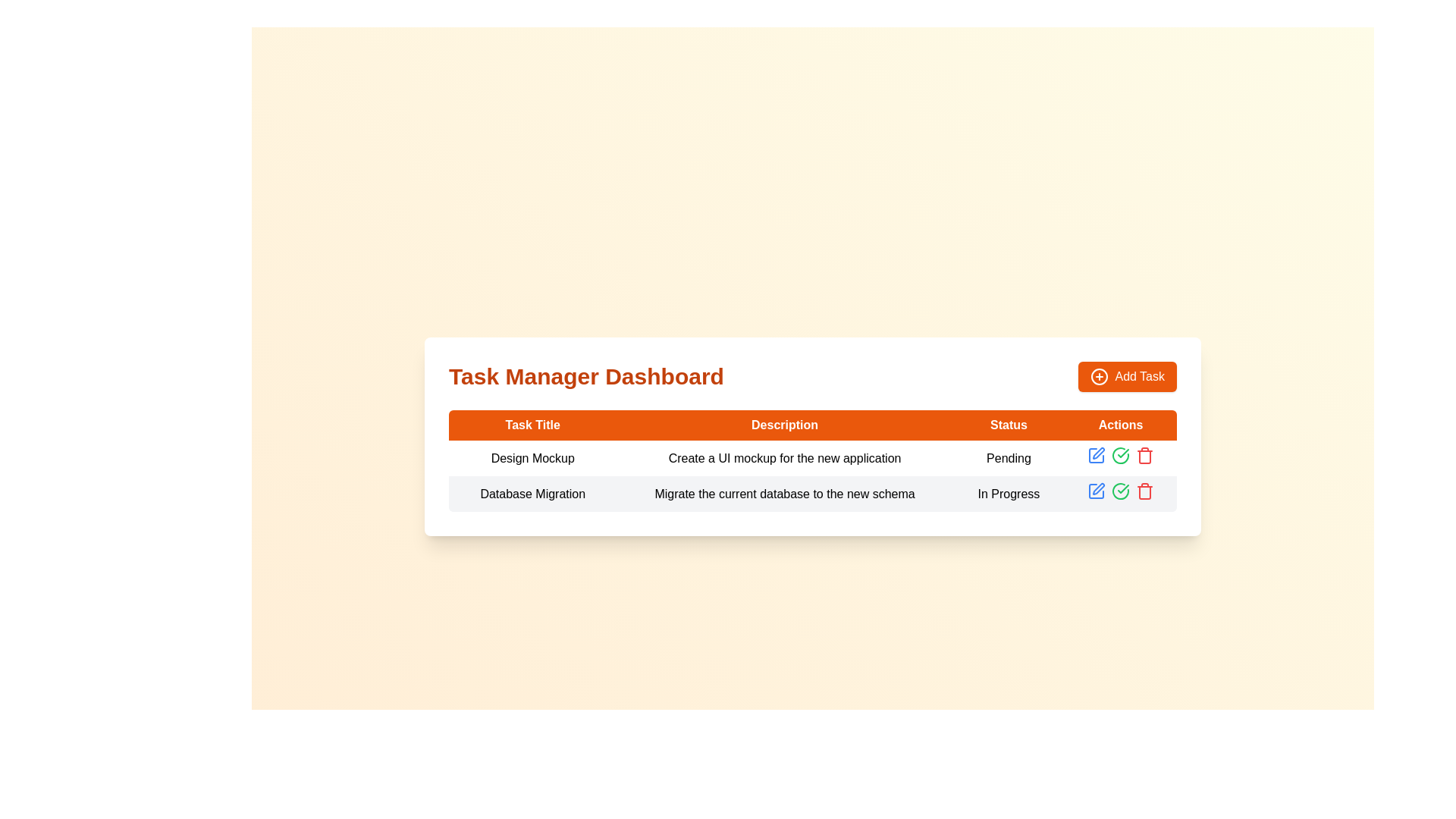 The image size is (1456, 819). Describe the element at coordinates (1123, 452) in the screenshot. I see `the green checkmark icon in the 'Actions' column of the second row of the table` at that location.